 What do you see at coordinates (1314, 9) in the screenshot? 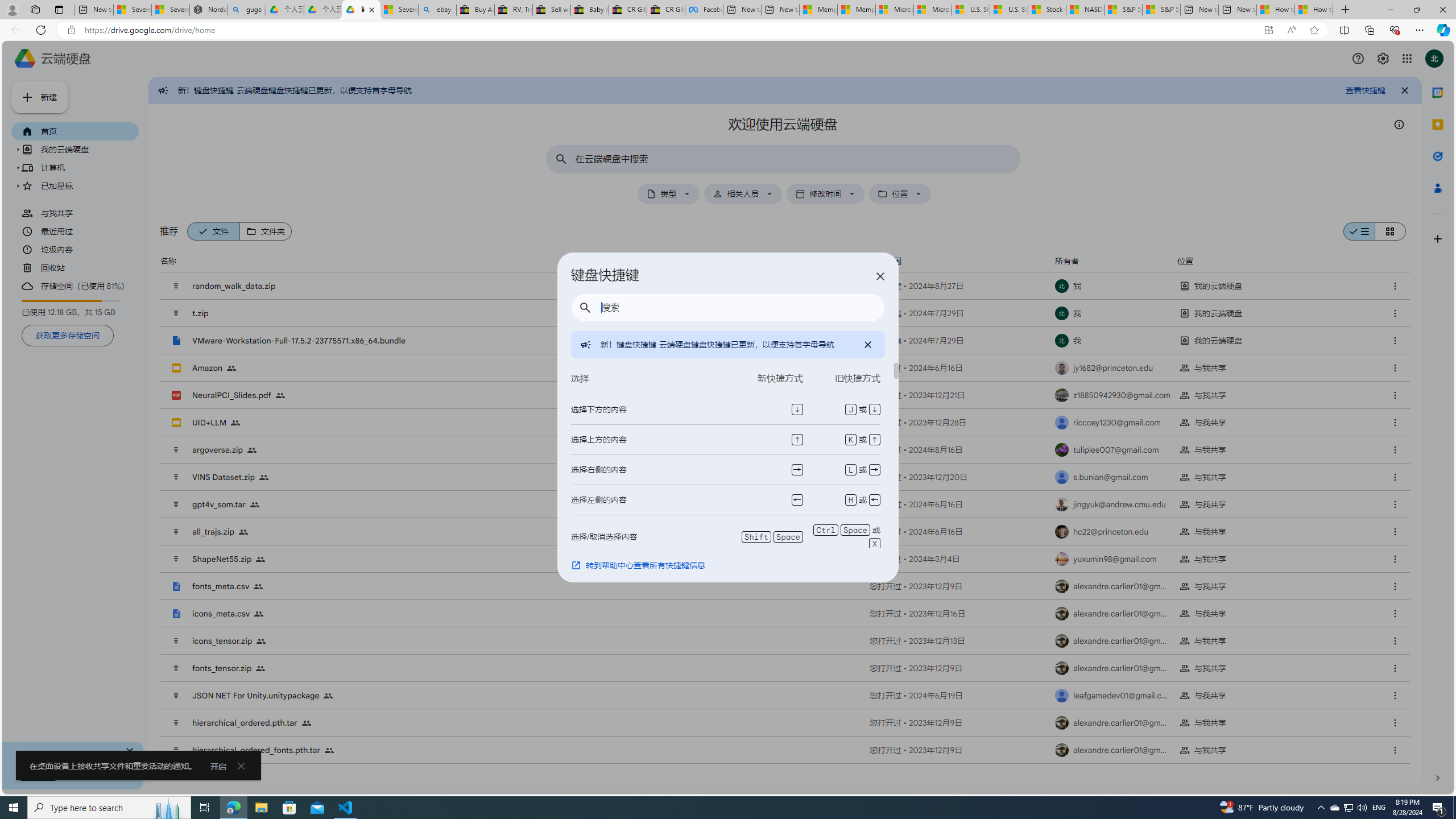
I see `'How to Use a Monitor With Your Closed Laptop'` at bounding box center [1314, 9].